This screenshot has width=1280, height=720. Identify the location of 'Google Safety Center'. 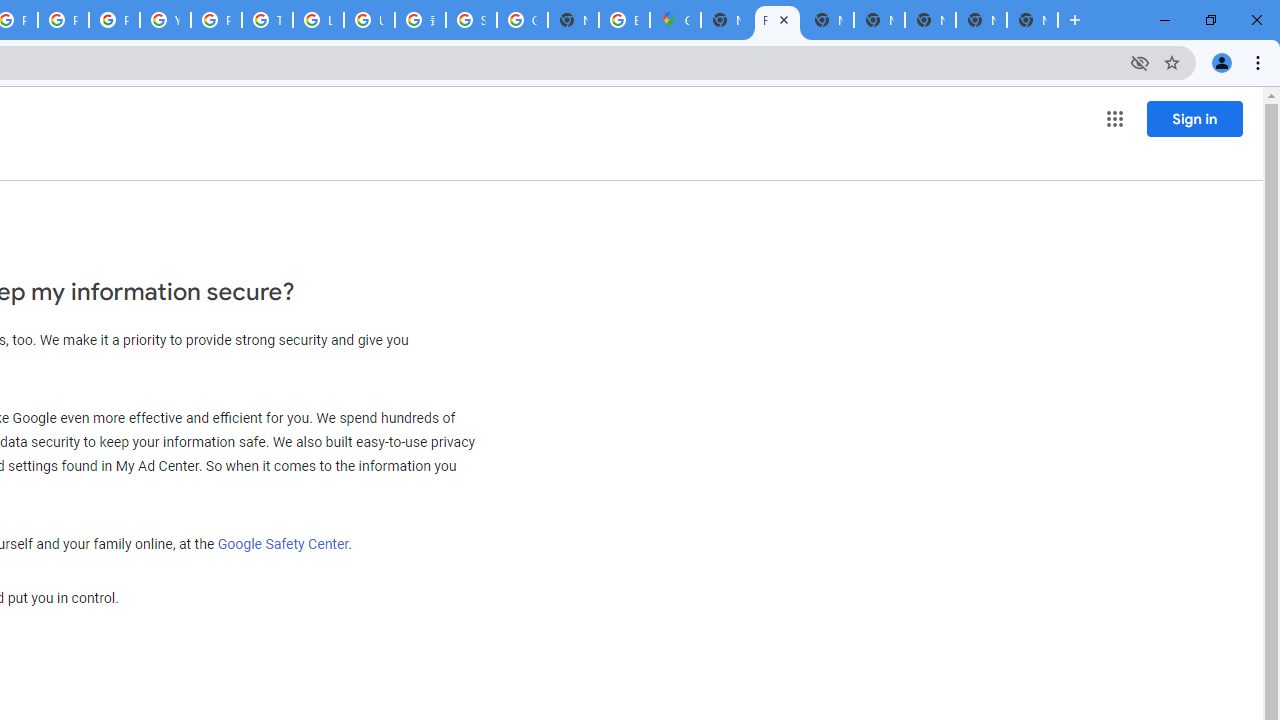
(282, 543).